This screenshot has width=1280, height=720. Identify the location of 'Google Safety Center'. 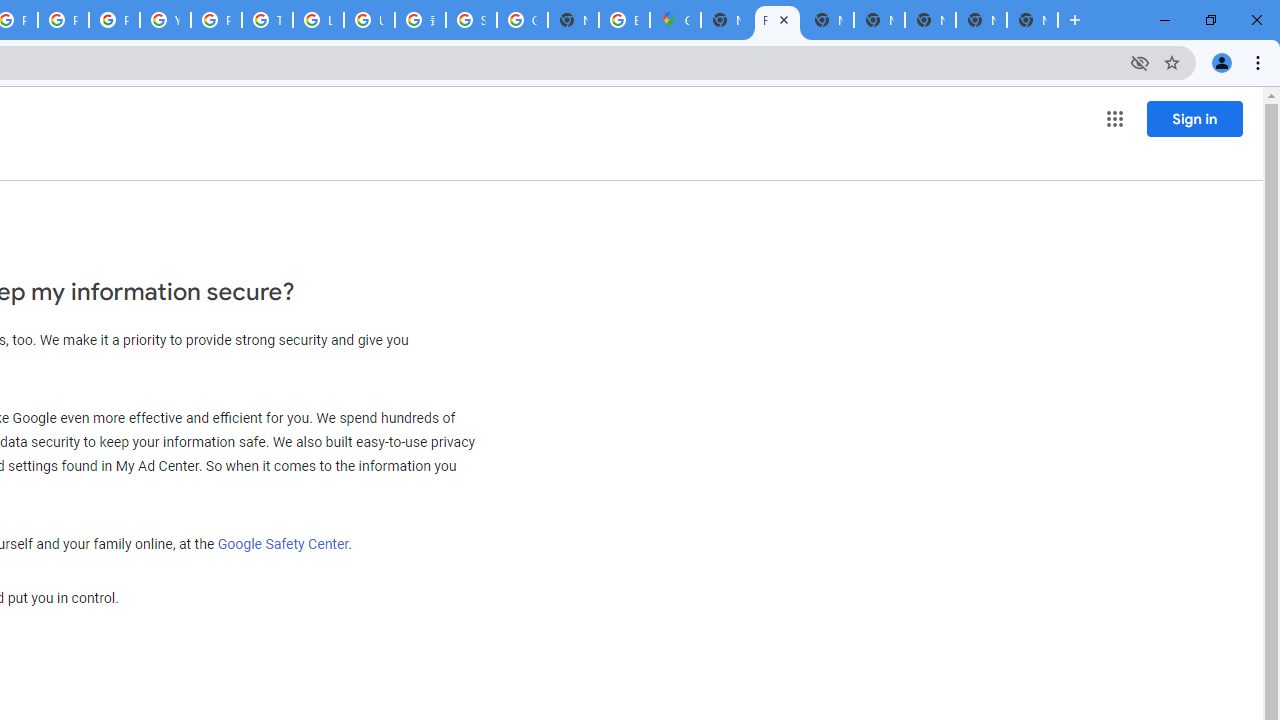
(282, 543).